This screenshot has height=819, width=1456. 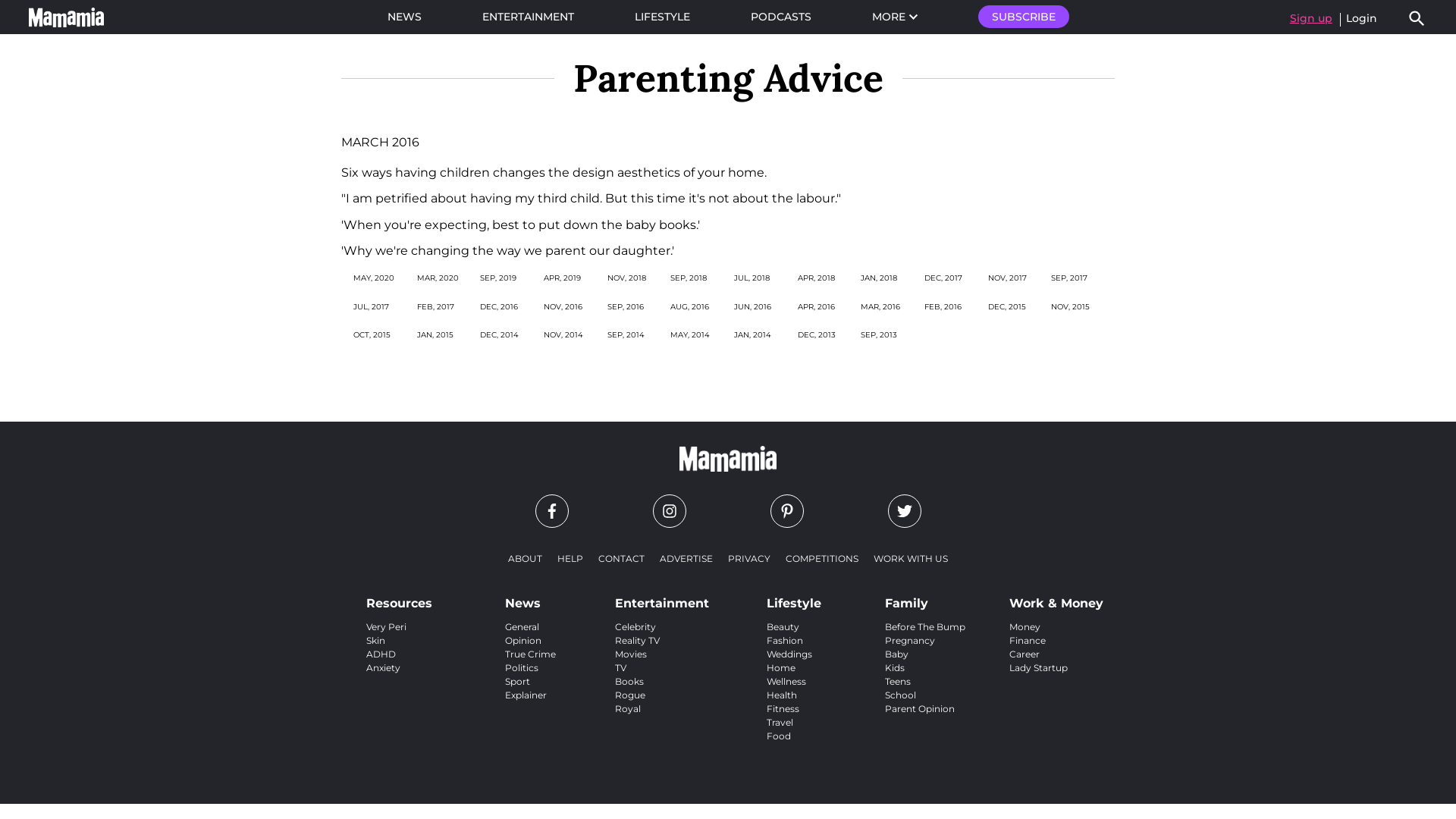 I want to click on 'MAY, 2014', so click(x=669, y=334).